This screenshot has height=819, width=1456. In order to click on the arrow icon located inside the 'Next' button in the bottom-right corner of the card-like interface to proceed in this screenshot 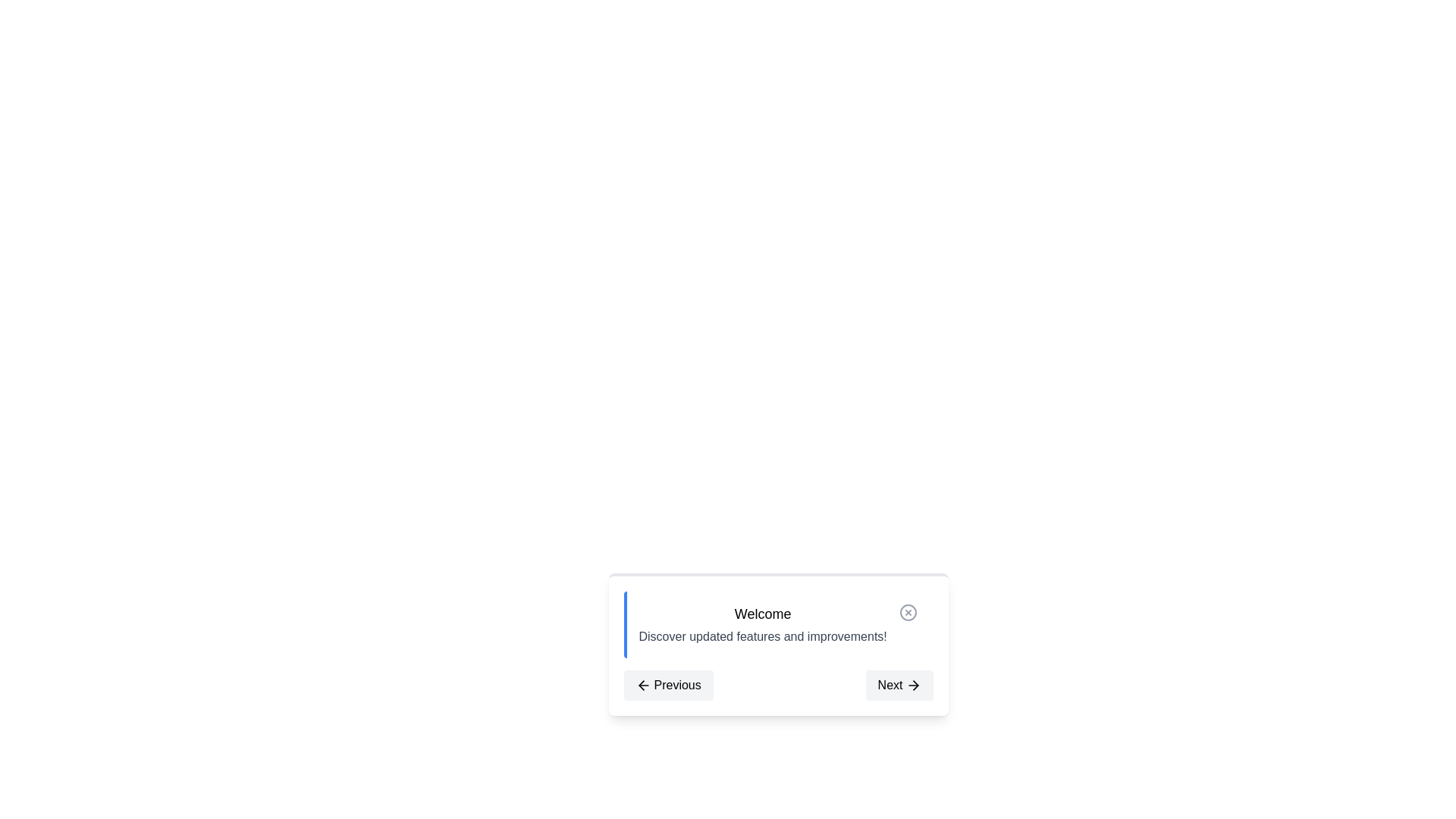, I will do `click(912, 685)`.